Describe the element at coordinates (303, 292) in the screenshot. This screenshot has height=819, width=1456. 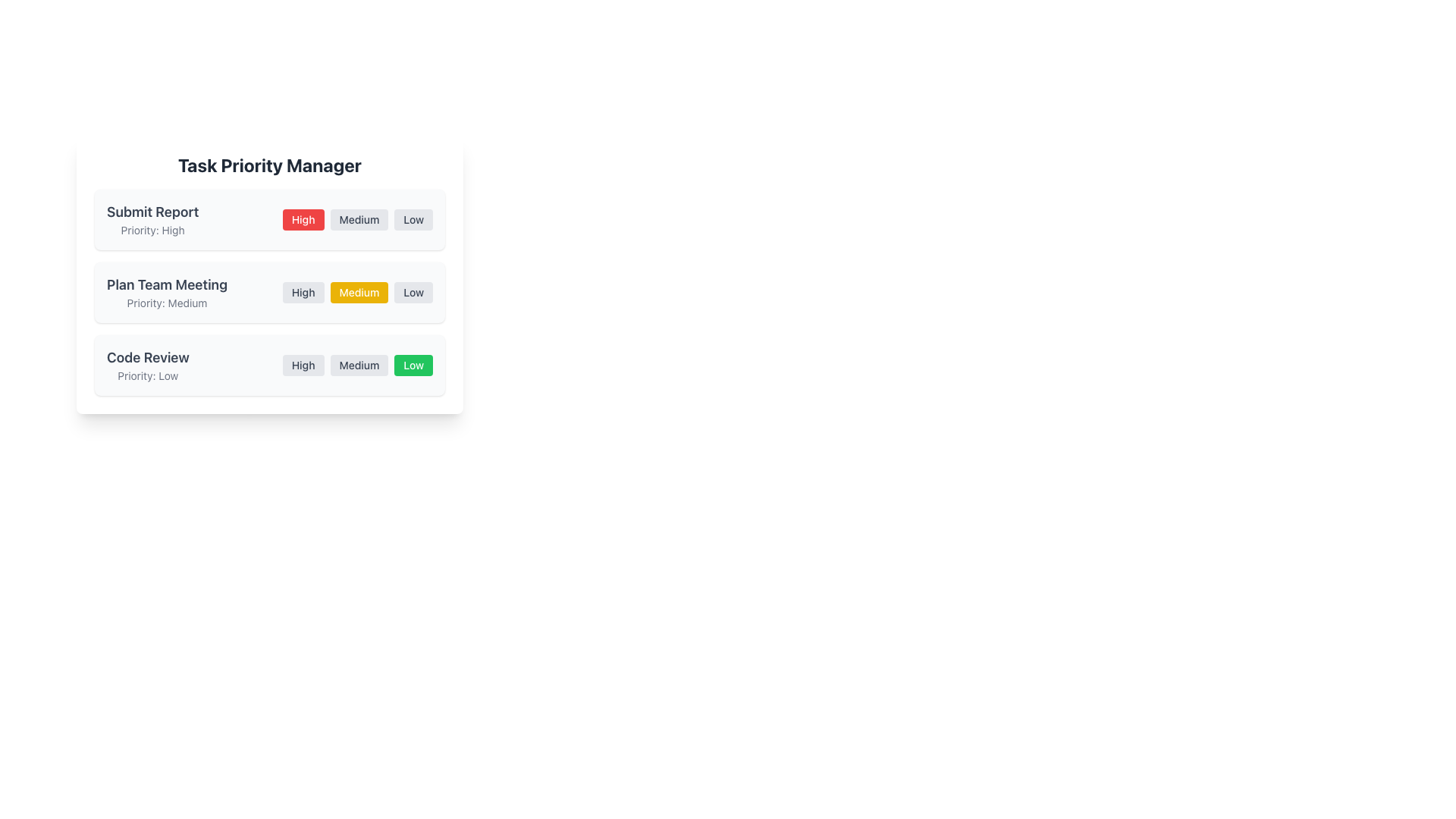
I see `the 'High' priority button located under the 'Plan Team Meeting' label` at that location.